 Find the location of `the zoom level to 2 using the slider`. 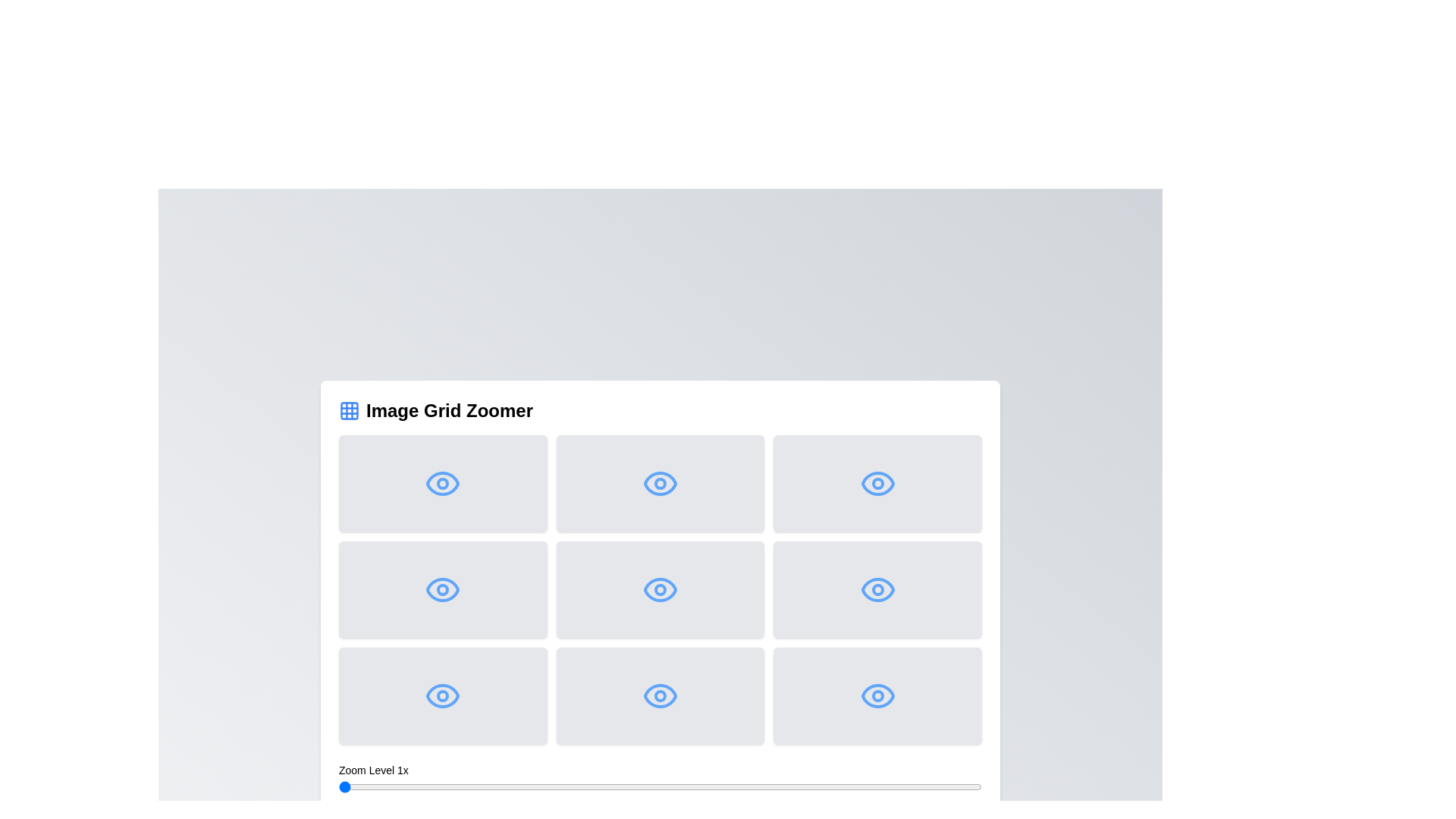

the zoom level to 2 using the slider is located at coordinates (660, 786).